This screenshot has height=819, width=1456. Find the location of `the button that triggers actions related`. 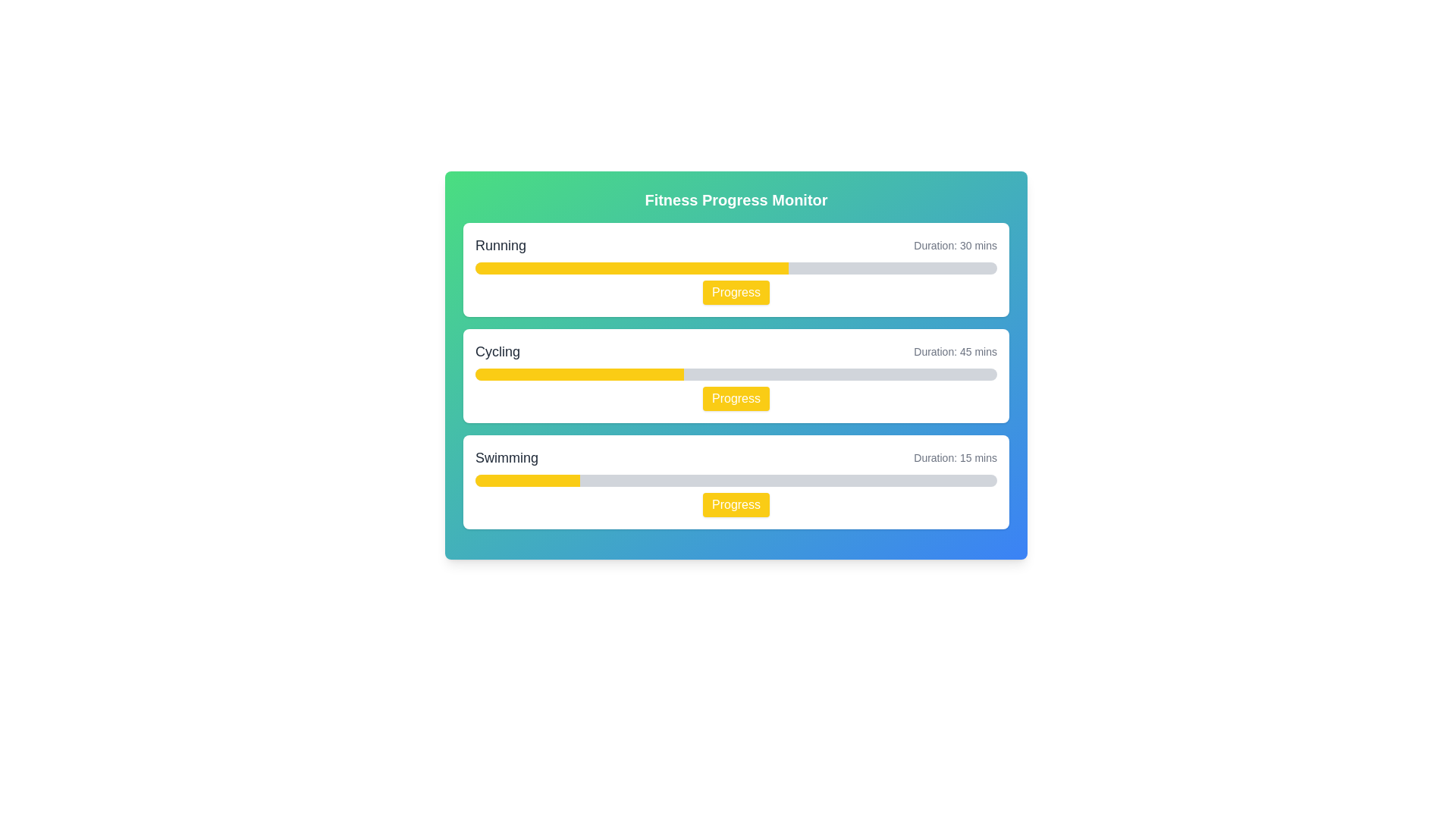

the button that triggers actions related is located at coordinates (736, 505).